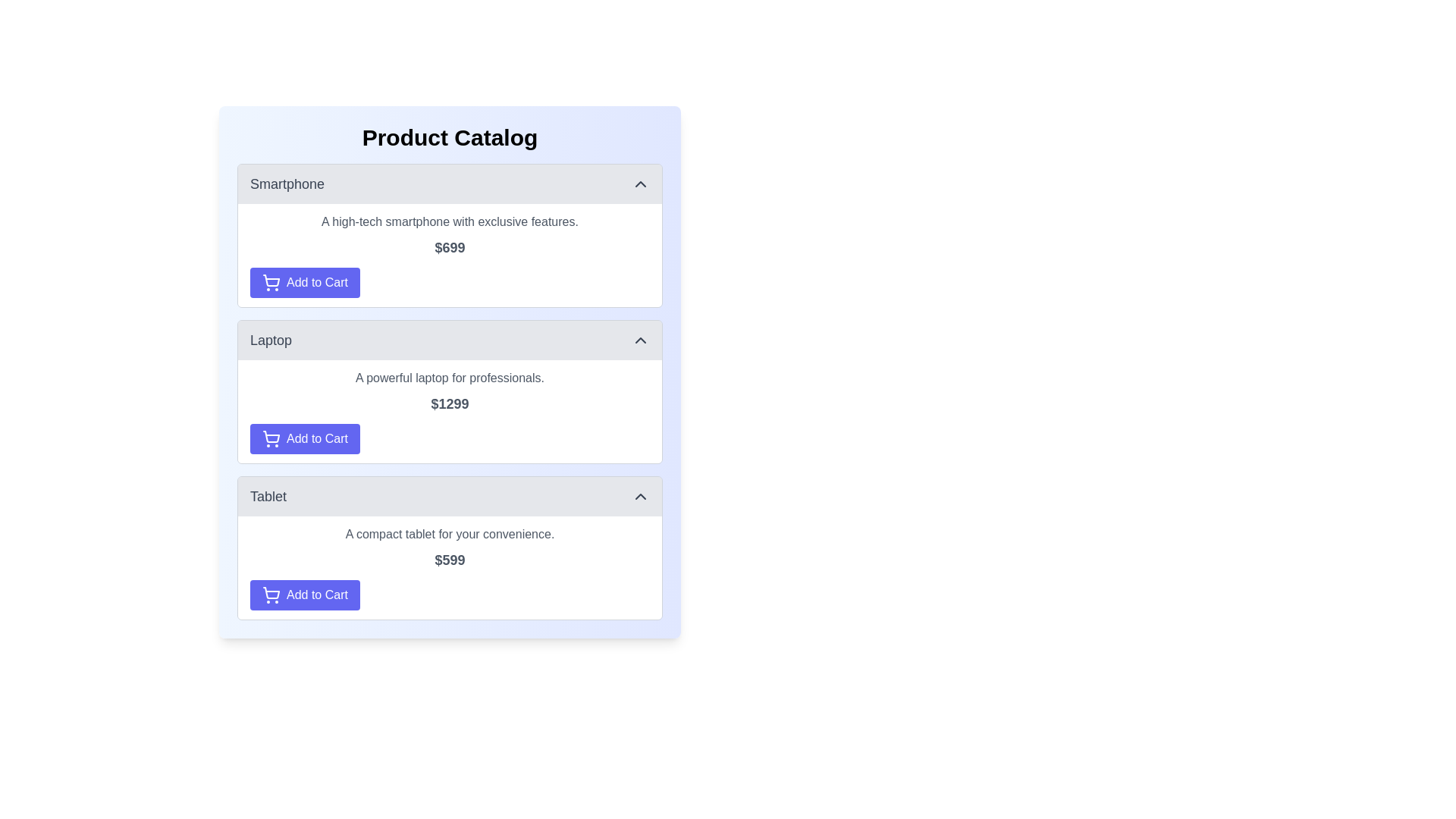 This screenshot has width=1456, height=819. I want to click on the 'Tablet' section label in the product catalog interface, located to the left of the arrow icon indicating a collapsible section, so click(268, 497).